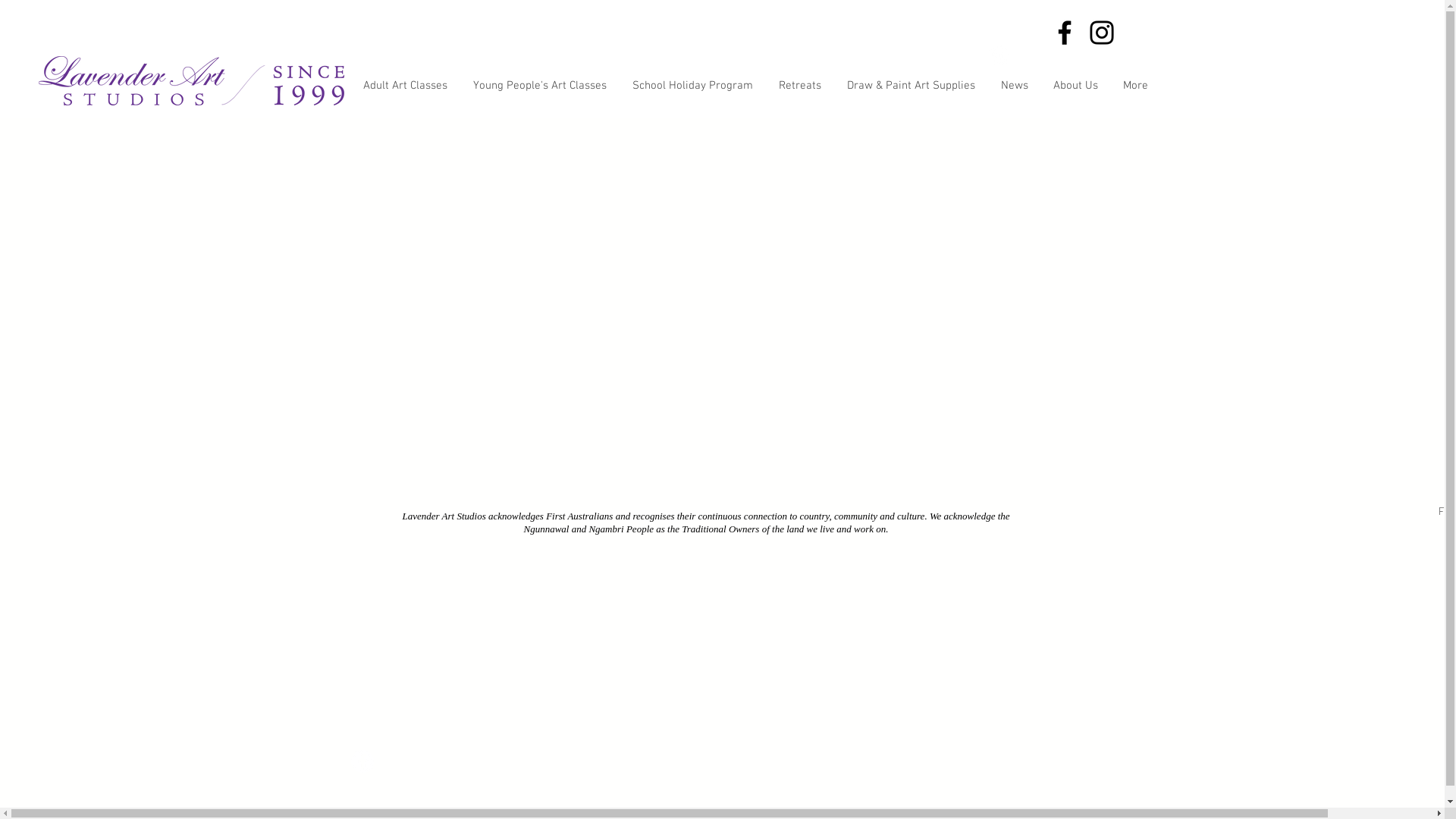  I want to click on 'News', so click(1013, 86).